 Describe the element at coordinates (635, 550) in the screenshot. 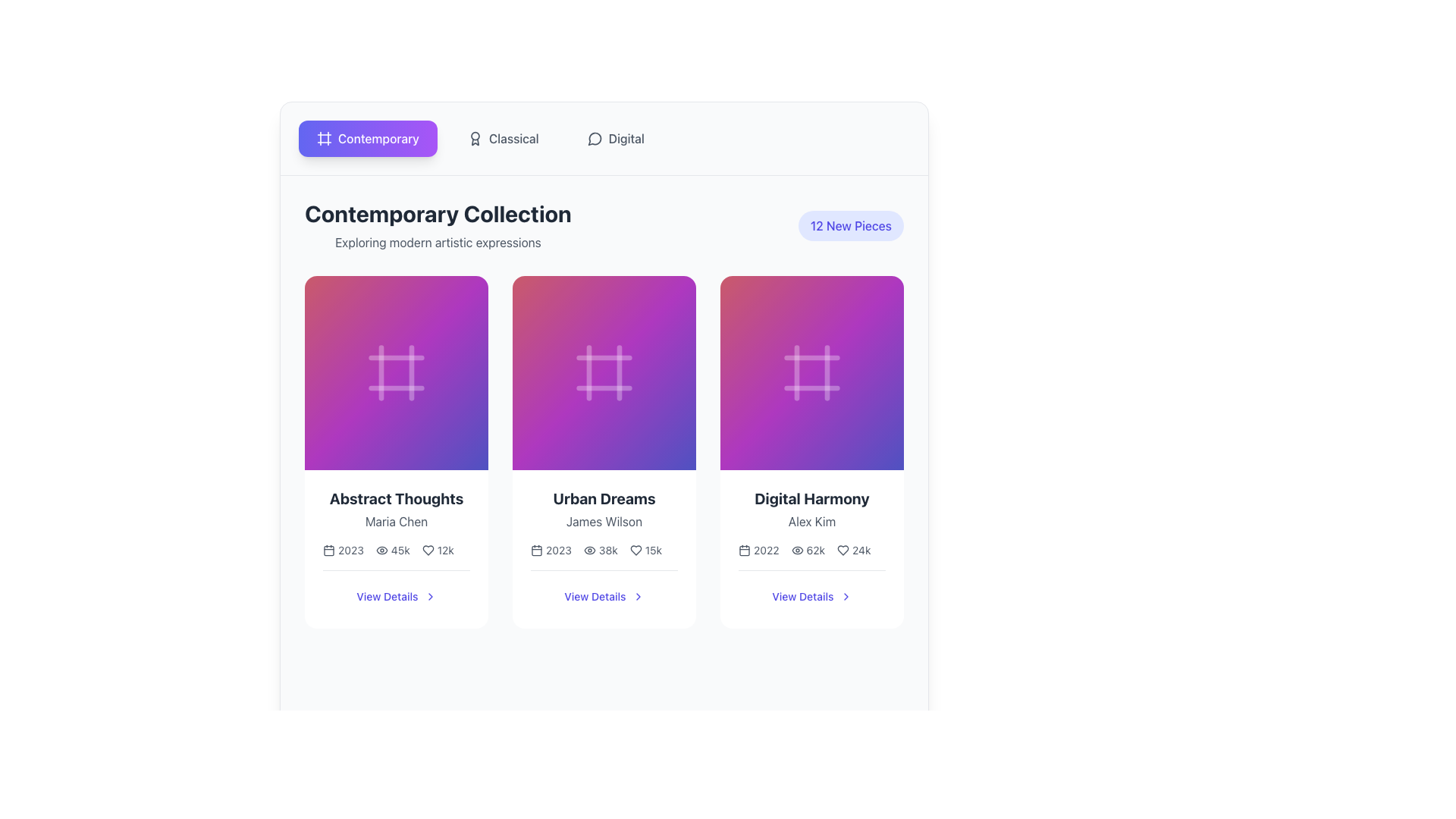

I see `the heart-shaped icon with a minimalistic design located in the lower section of the 'Urban Dreams' card` at that location.